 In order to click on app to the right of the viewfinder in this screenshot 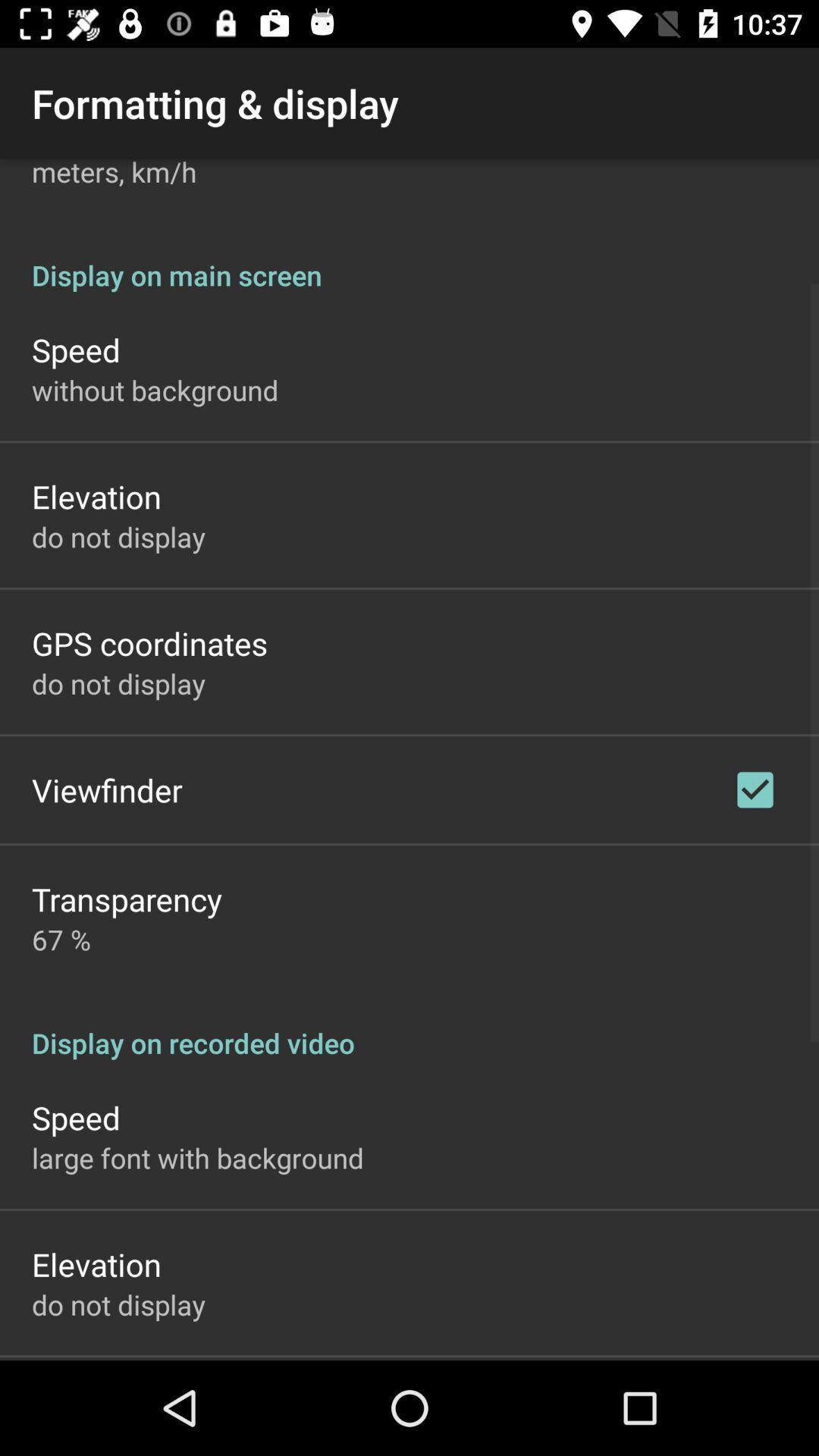, I will do `click(755, 789)`.